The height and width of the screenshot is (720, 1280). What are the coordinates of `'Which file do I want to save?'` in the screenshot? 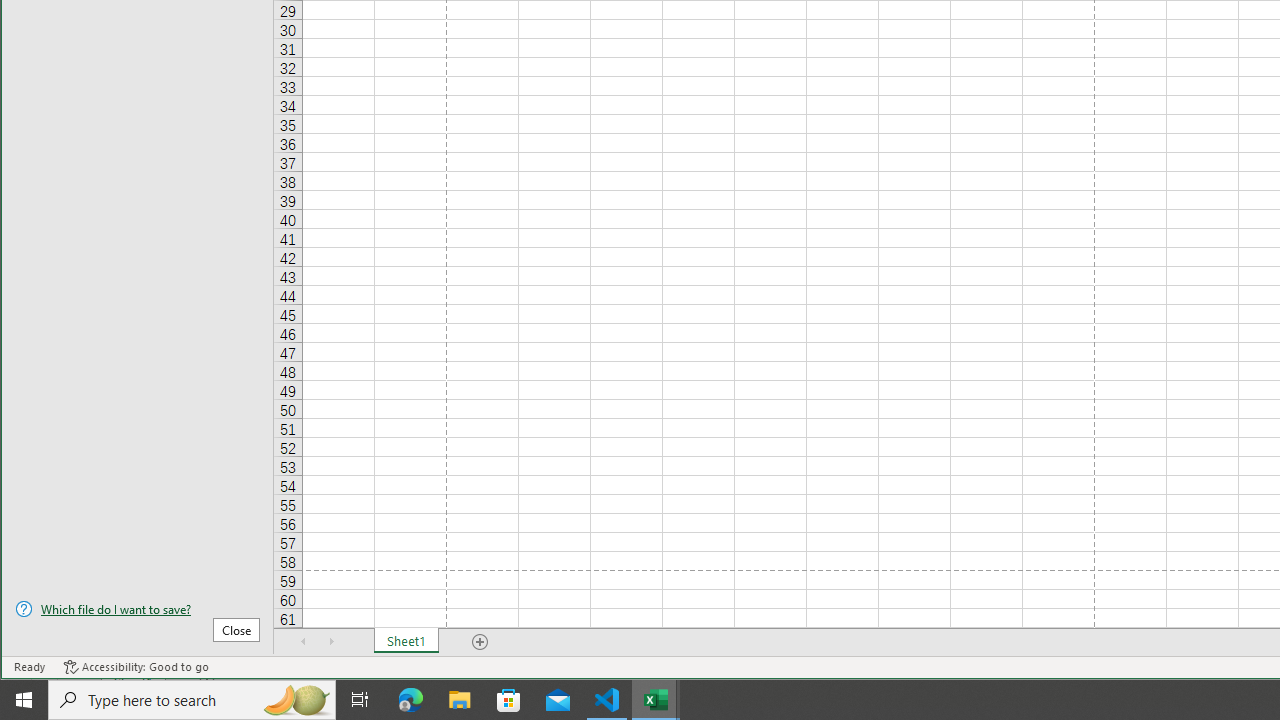 It's located at (136, 608).